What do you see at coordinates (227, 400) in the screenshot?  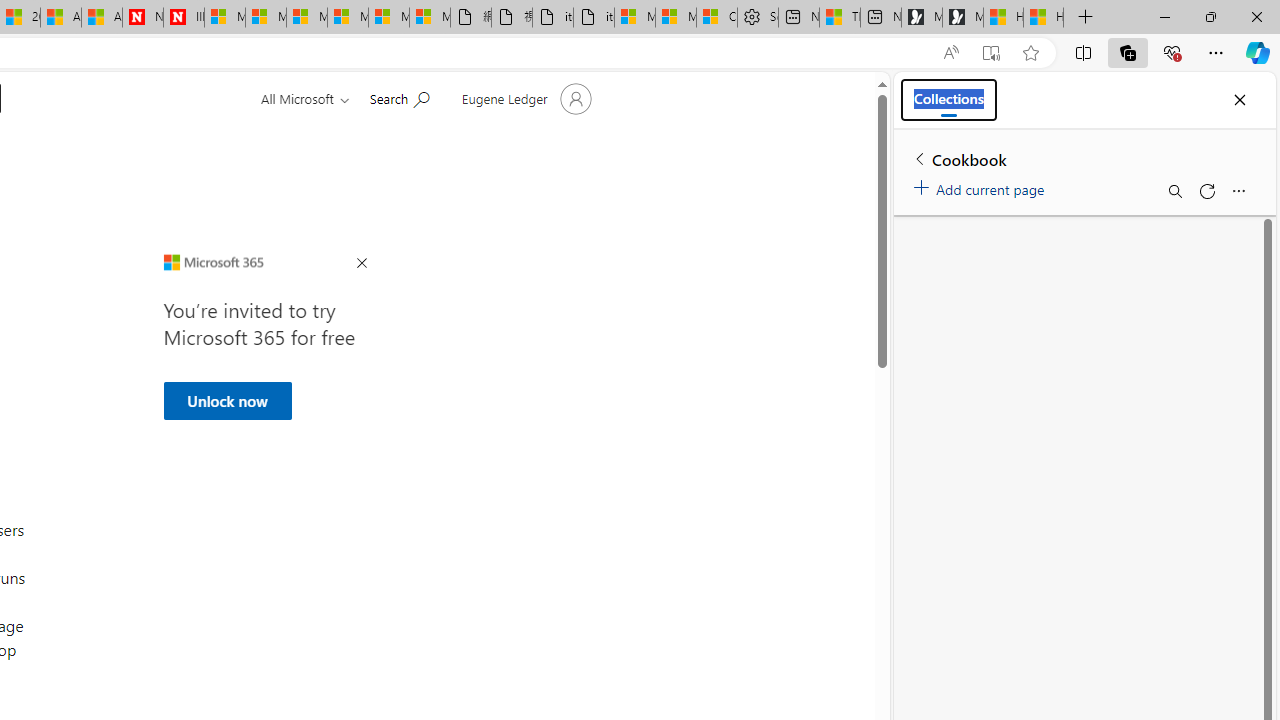 I see `'Unlock now'` at bounding box center [227, 400].